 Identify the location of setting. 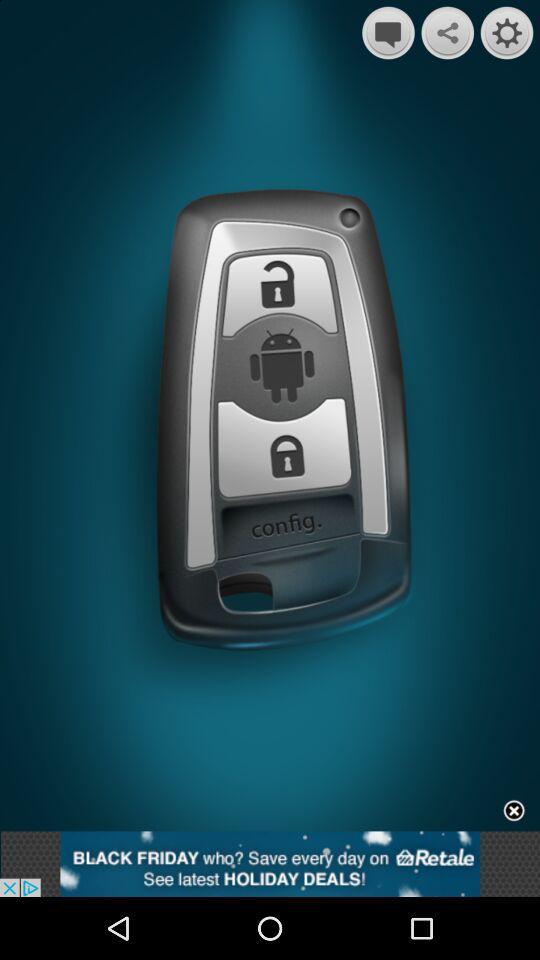
(507, 32).